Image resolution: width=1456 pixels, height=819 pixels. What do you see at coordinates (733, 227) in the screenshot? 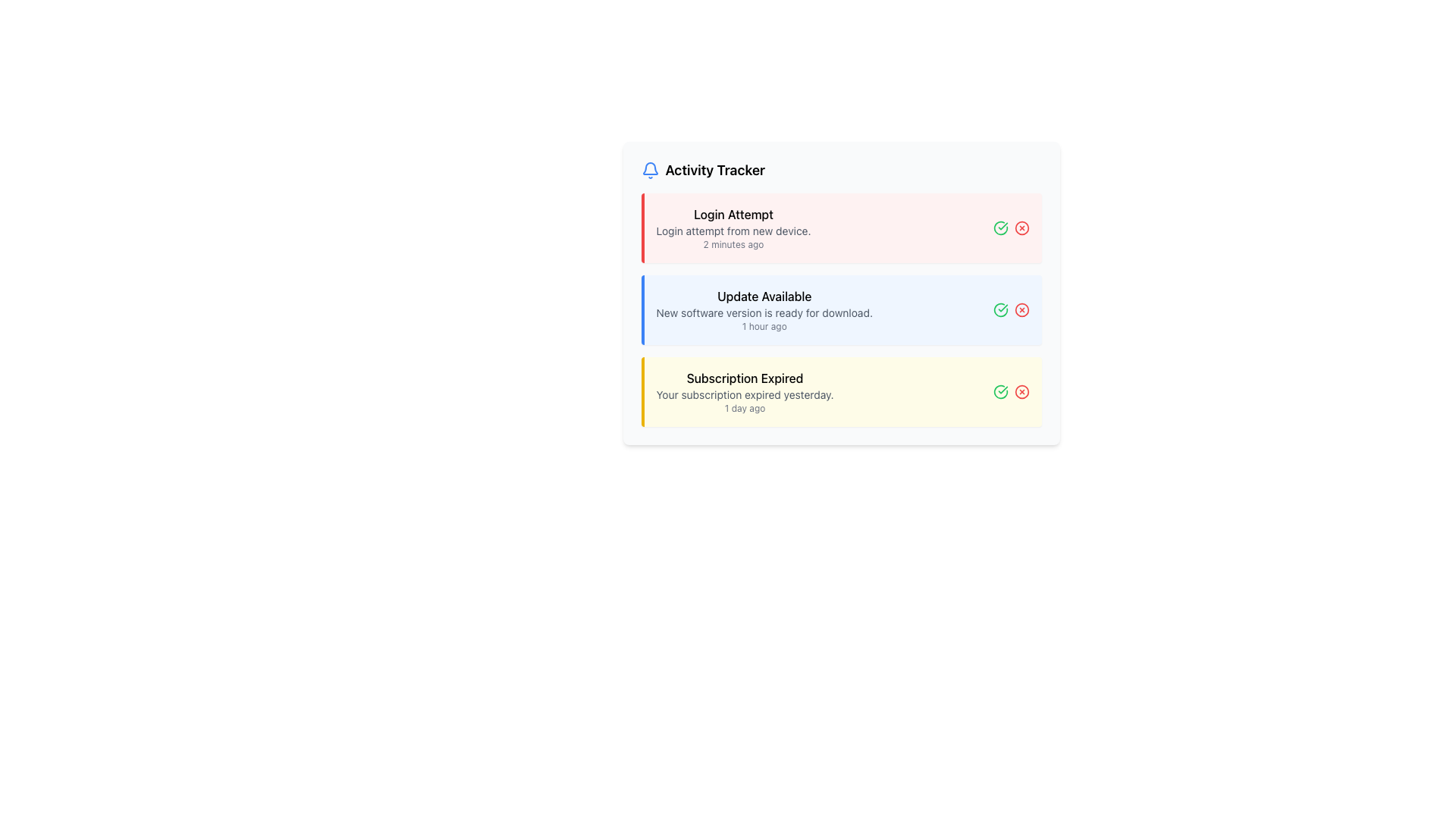
I see `the Notification Card that informs the user about a login attempt from a new device, which is the first notification in the list of three visible notifications located at the top of the notification list` at bounding box center [733, 227].